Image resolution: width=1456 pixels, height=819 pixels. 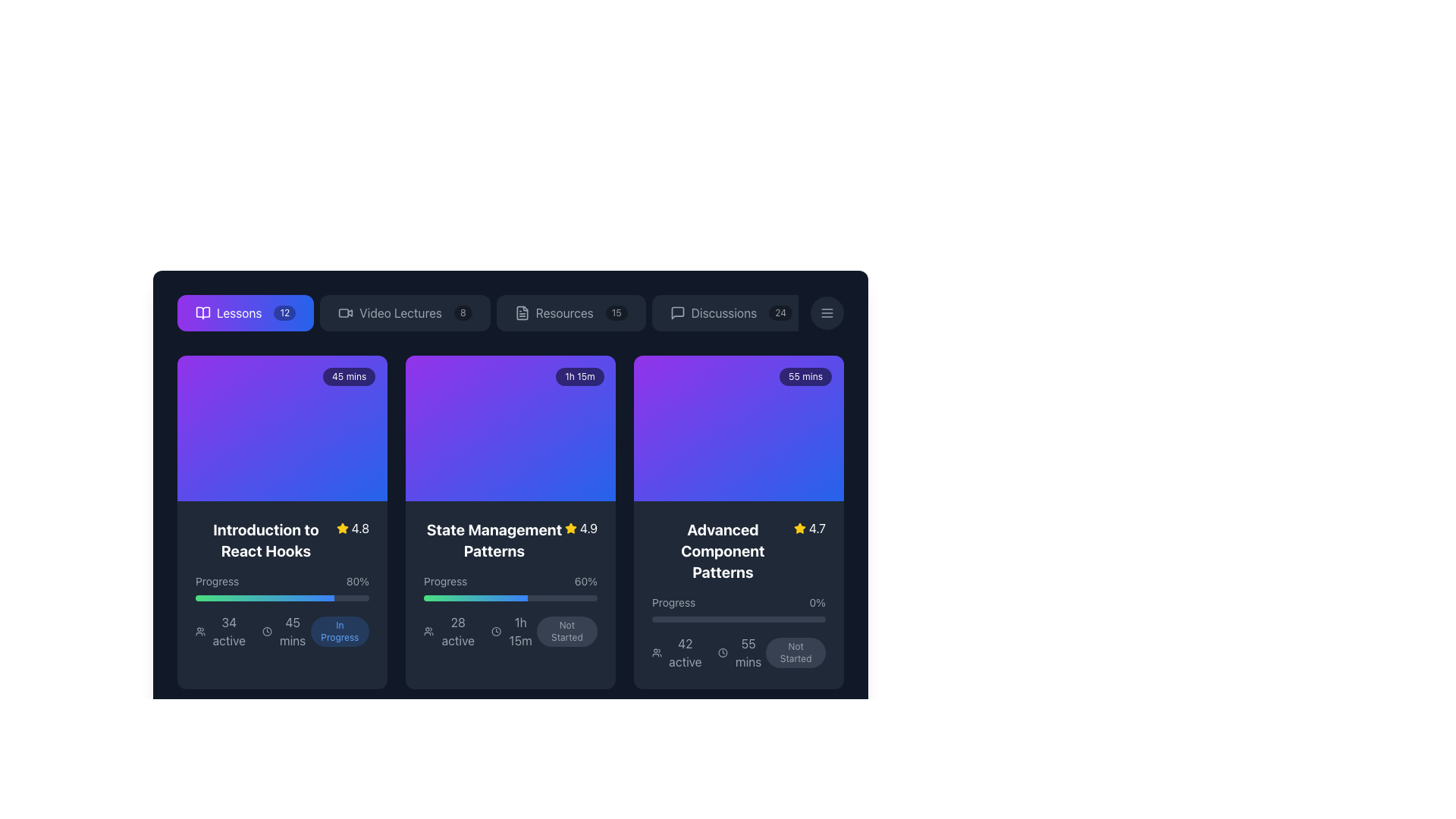 What do you see at coordinates (739, 620) in the screenshot?
I see `the horizontal progress bar with a gray background and a gradient inner bar, located below the text 'Progress' and '0%' in the card titled 'Advanced Component Patterns'` at bounding box center [739, 620].